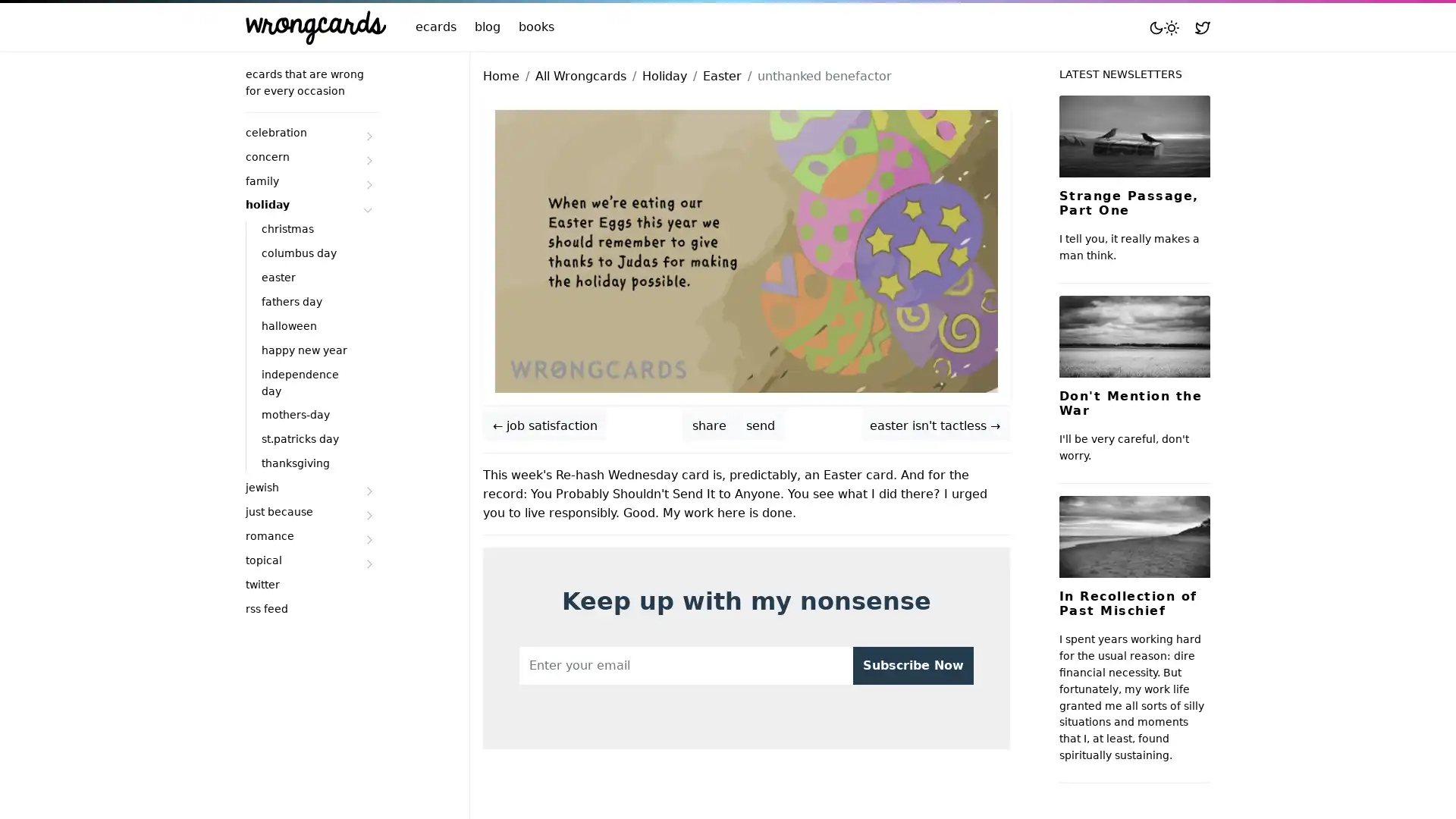  What do you see at coordinates (367, 184) in the screenshot?
I see `Submenu` at bounding box center [367, 184].